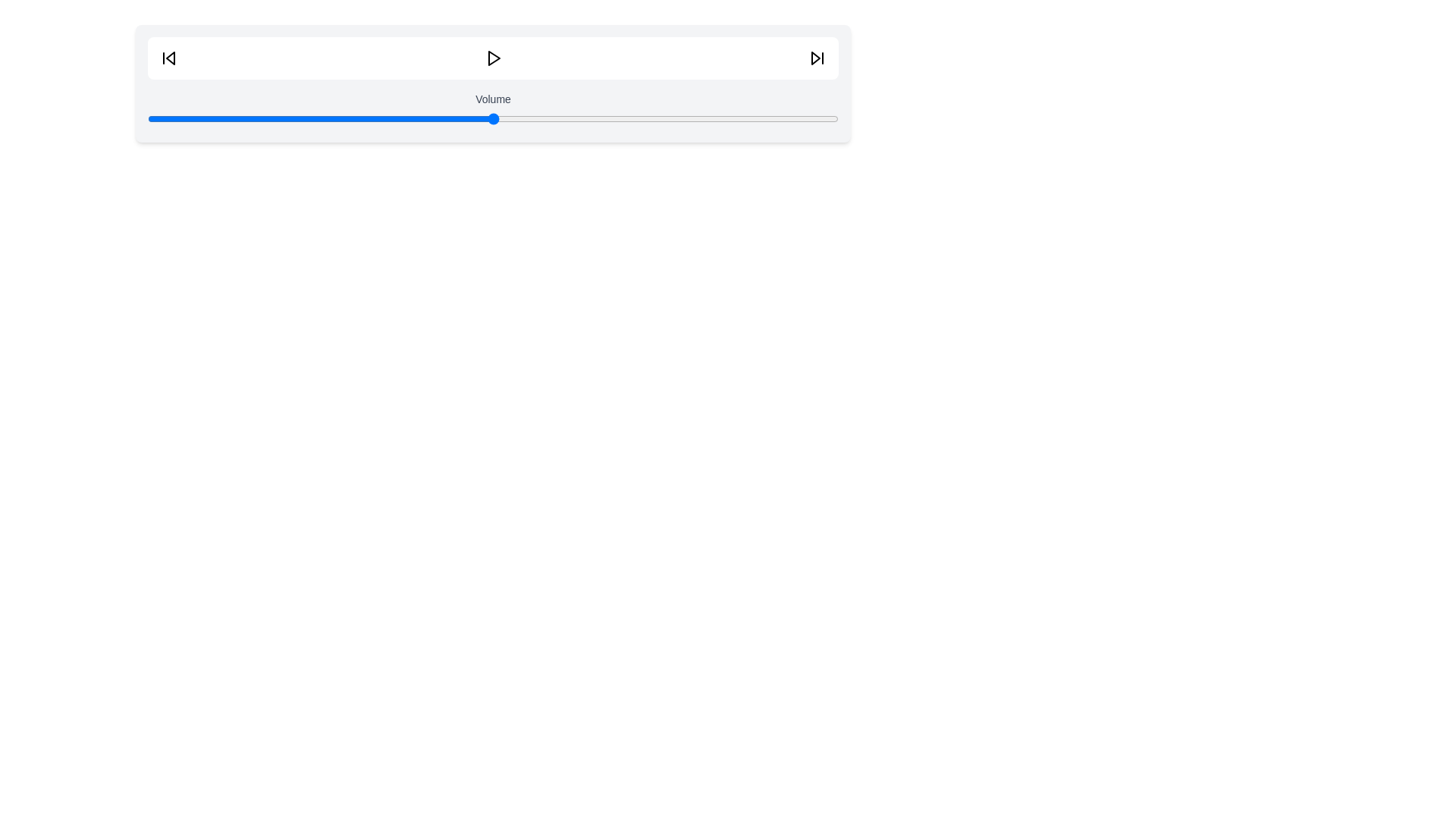  What do you see at coordinates (686, 118) in the screenshot?
I see `the volume` at bounding box center [686, 118].